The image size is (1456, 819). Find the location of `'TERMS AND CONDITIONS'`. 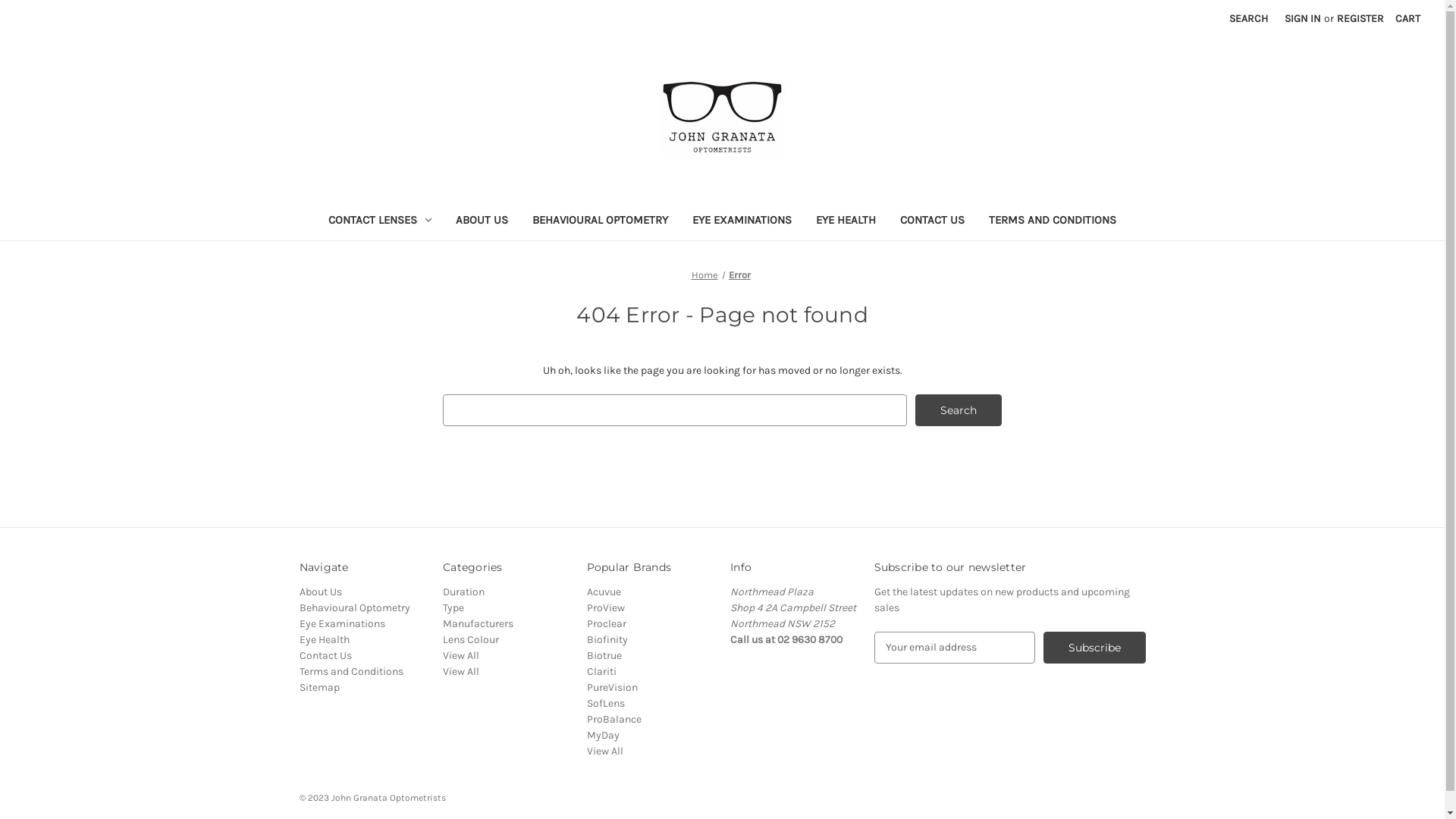

'TERMS AND CONDITIONS' is located at coordinates (1051, 221).